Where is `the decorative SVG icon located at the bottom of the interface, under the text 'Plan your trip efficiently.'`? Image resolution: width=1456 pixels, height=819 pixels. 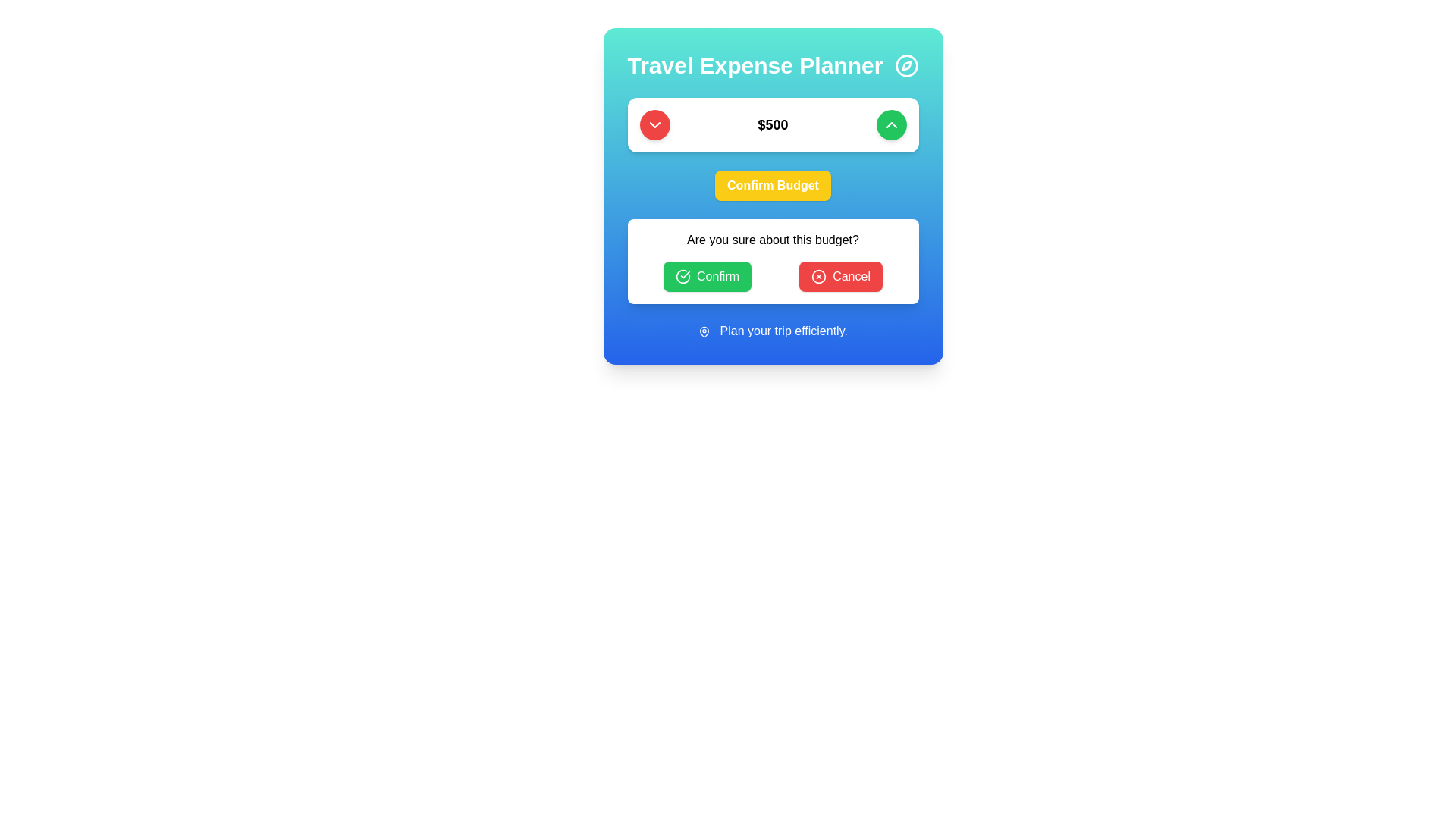
the decorative SVG icon located at the bottom of the interface, under the text 'Plan your trip efficiently.' is located at coordinates (704, 331).